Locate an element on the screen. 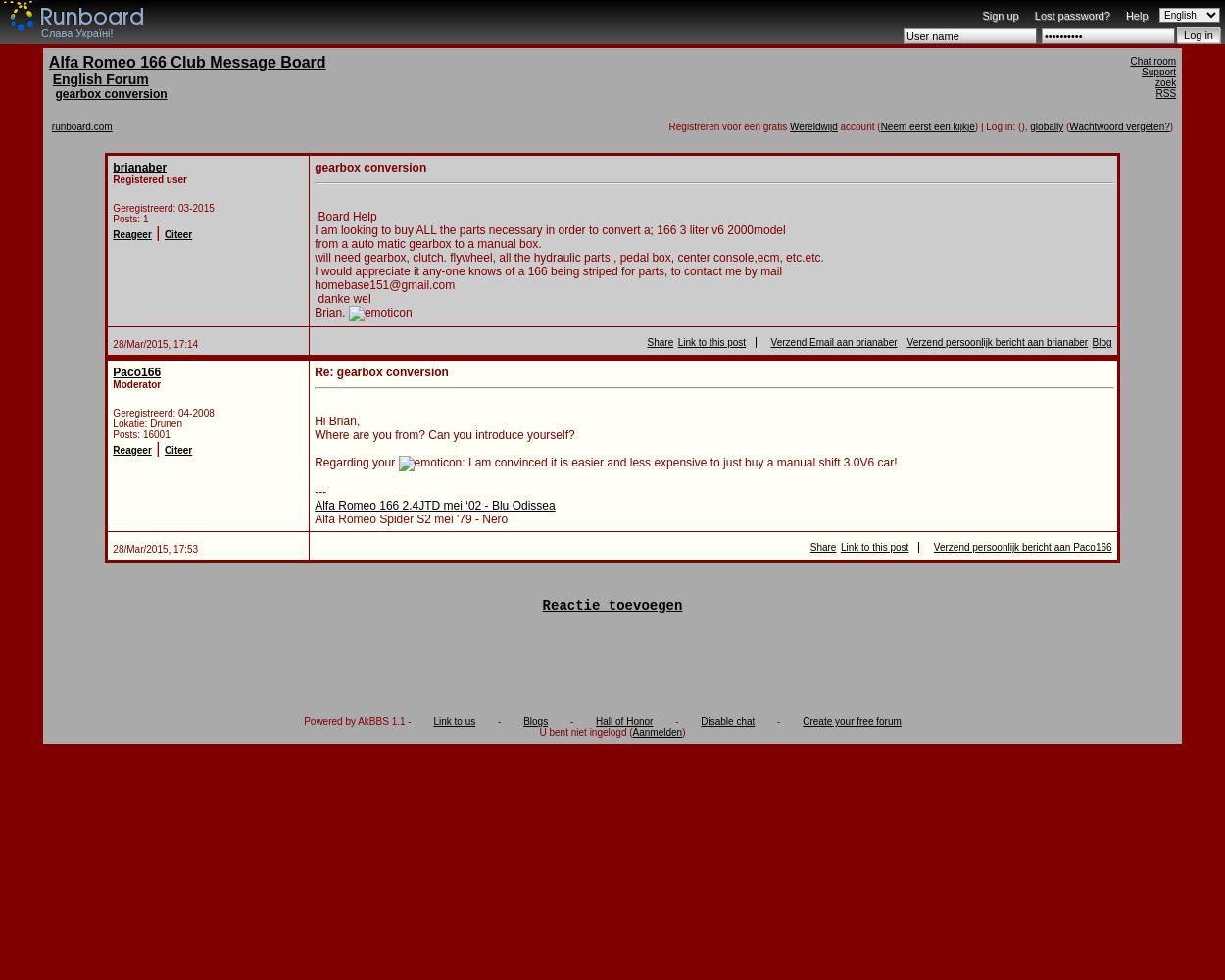 Image resolution: width=1225 pixels, height=980 pixels. 'Registered user' is located at coordinates (149, 179).